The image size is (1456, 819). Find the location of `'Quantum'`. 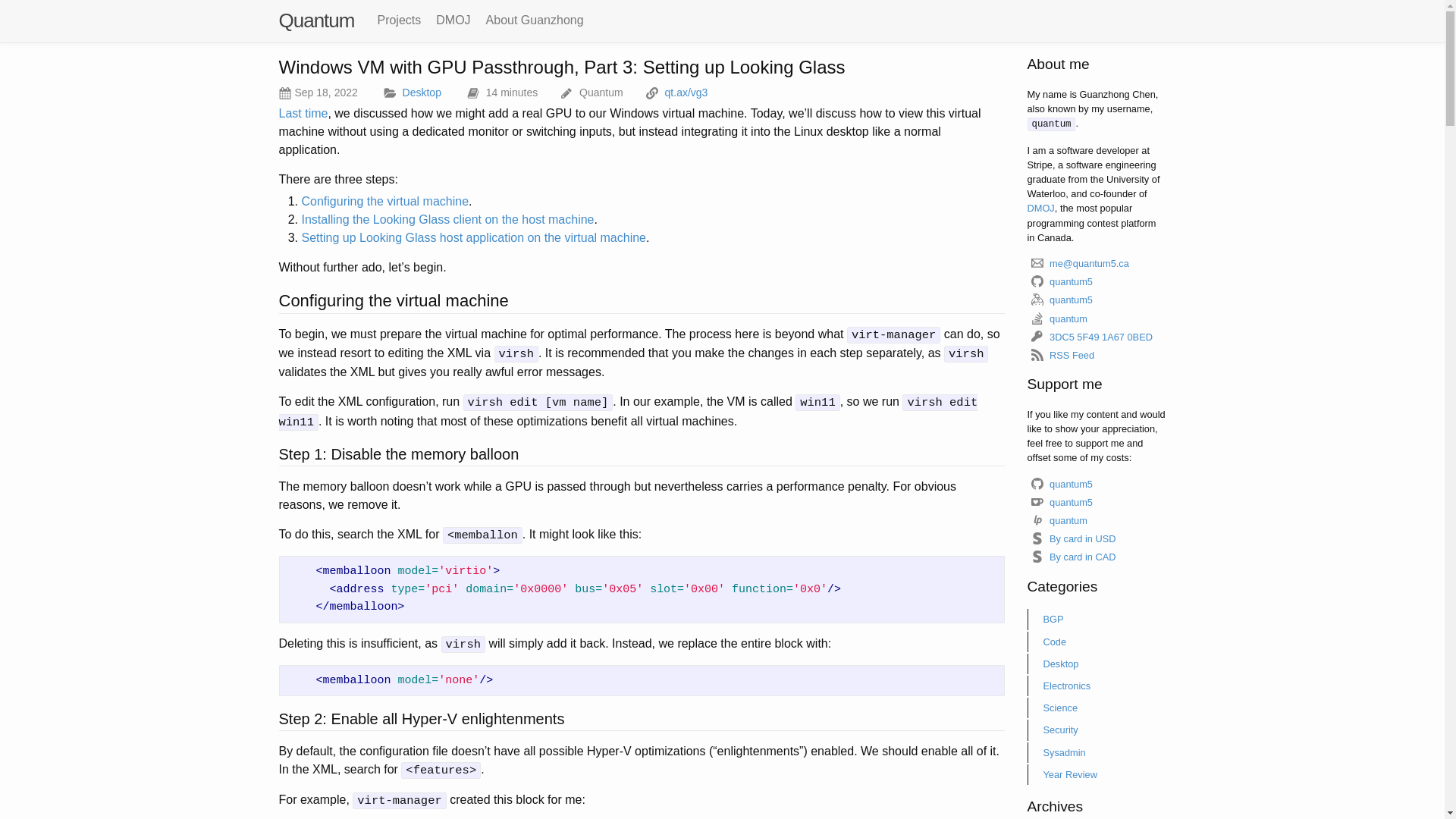

'Quantum' is located at coordinates (279, 20).